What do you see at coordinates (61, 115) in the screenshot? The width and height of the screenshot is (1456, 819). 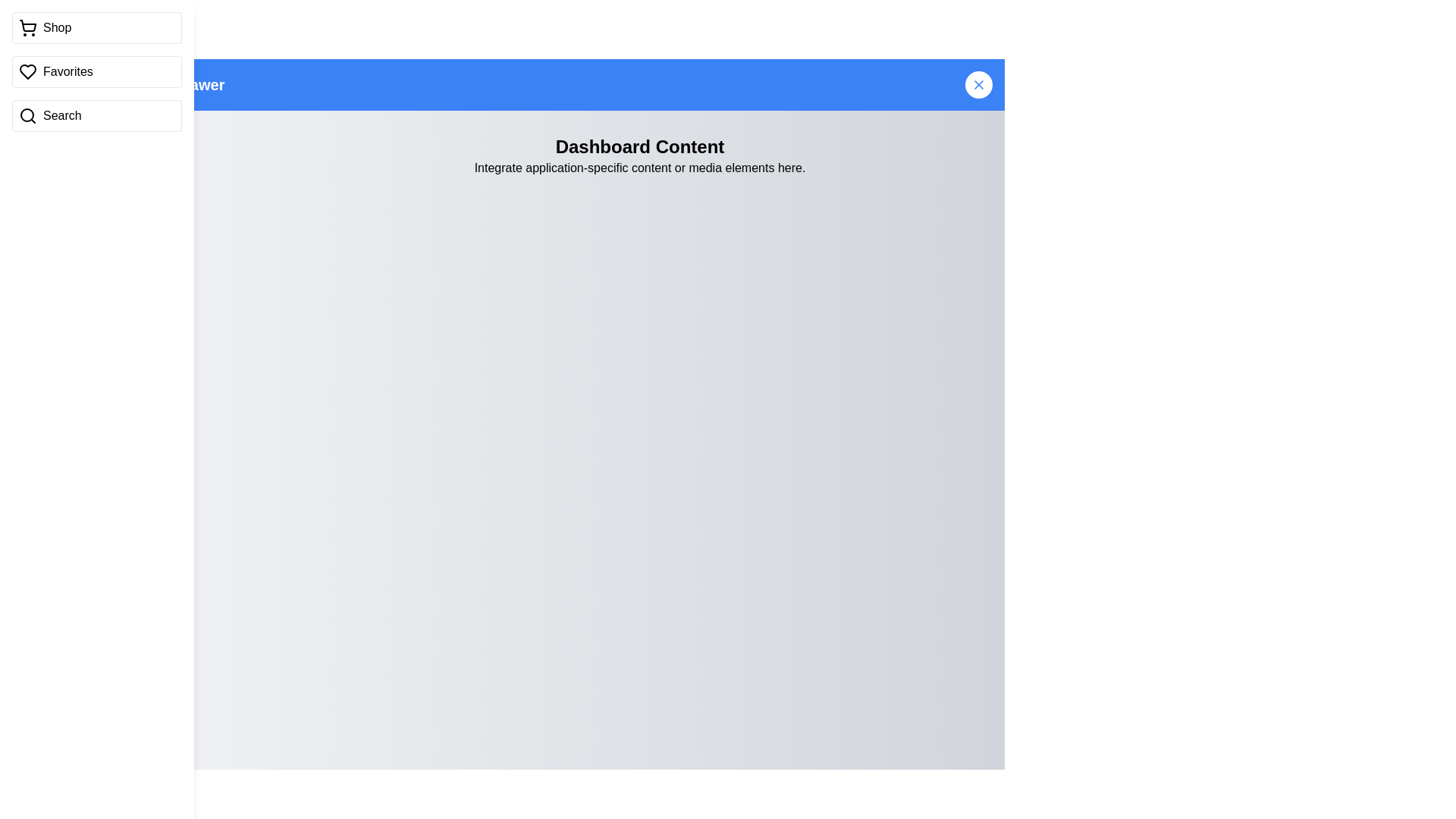 I see `the descriptive text label for the search function located in the right section of the navigation bar below the 'Favorites' section` at bounding box center [61, 115].